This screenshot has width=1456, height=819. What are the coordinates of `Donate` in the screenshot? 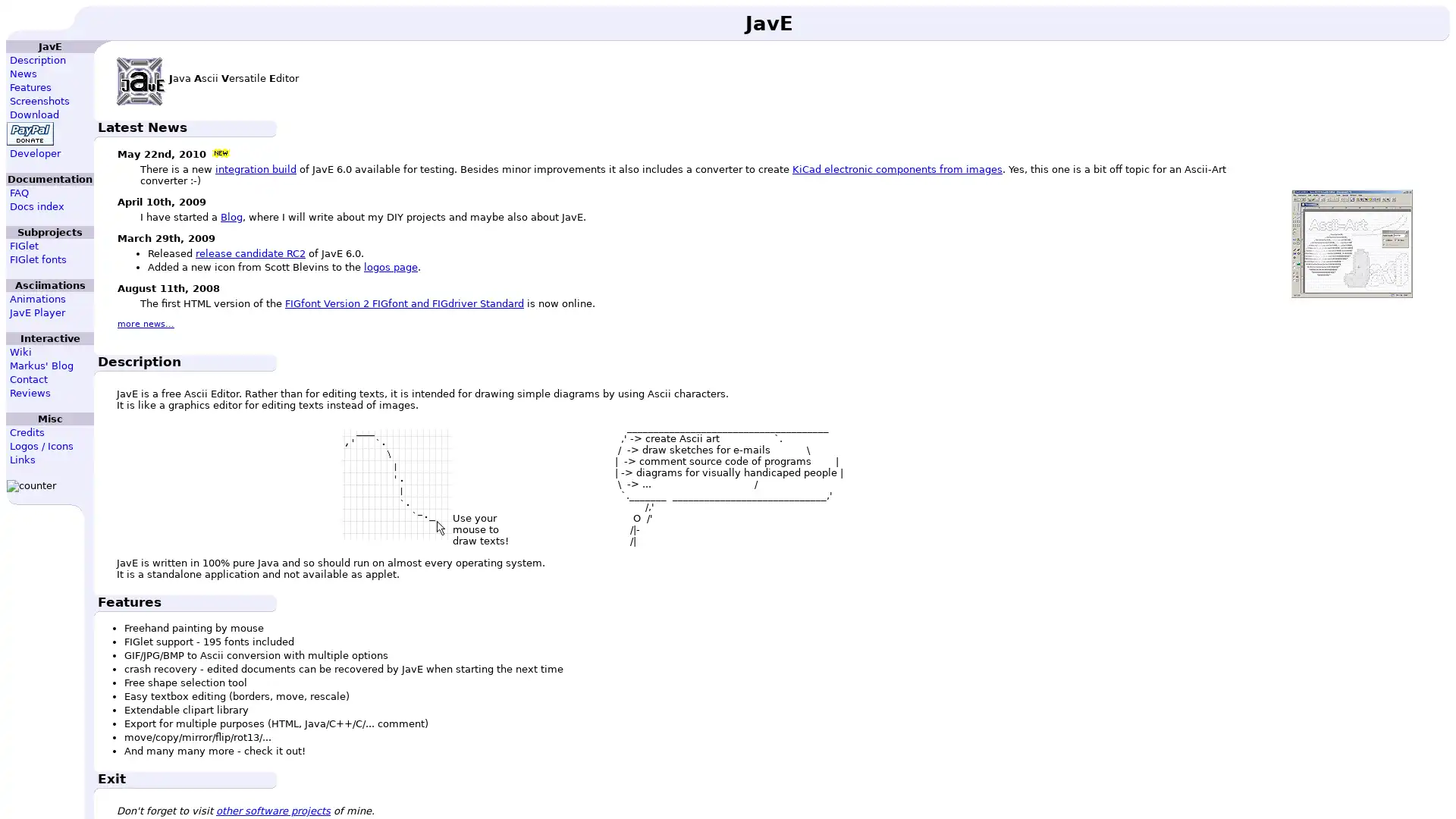 It's located at (30, 133).